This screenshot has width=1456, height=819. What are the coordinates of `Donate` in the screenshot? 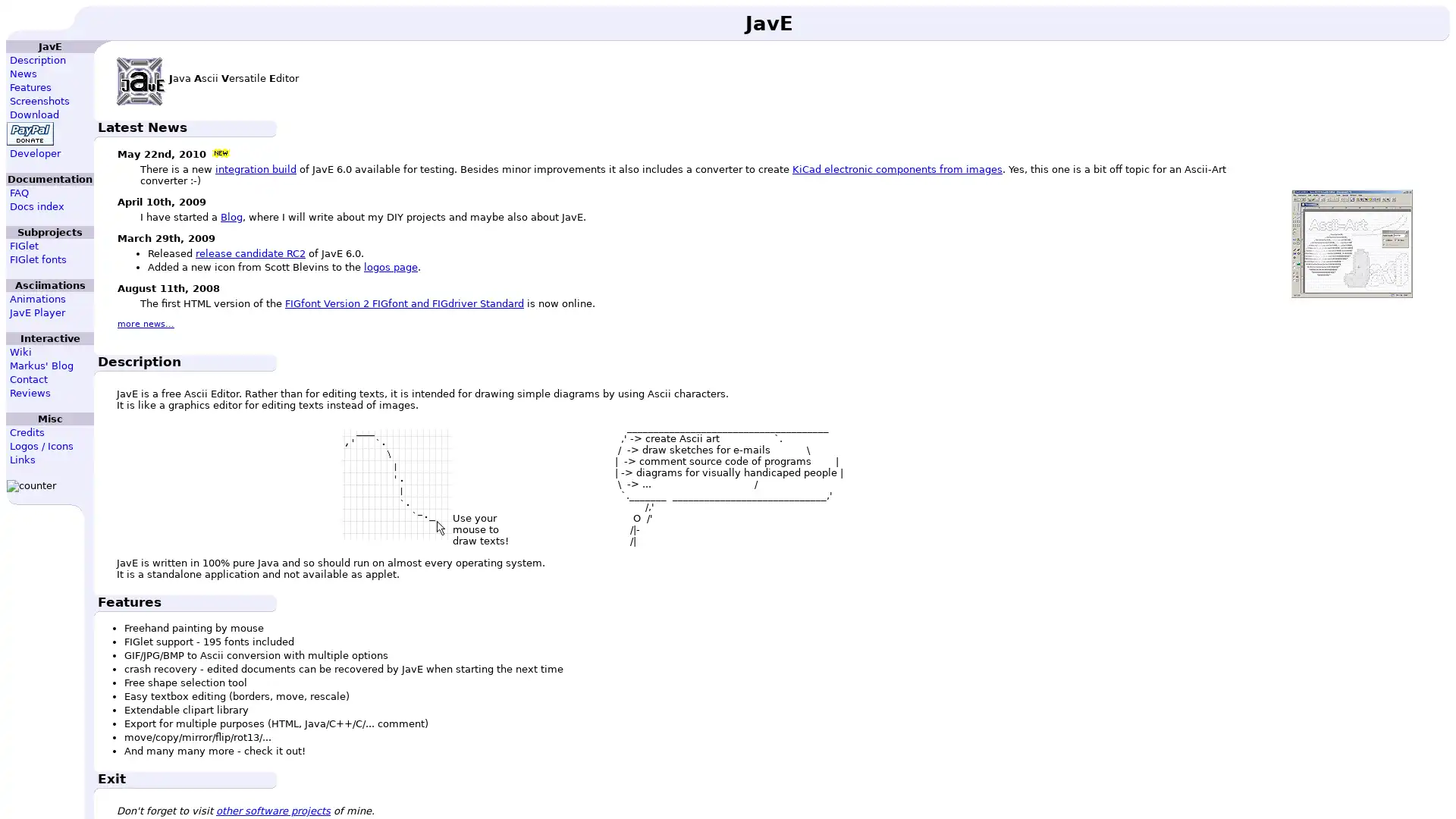 It's located at (30, 133).